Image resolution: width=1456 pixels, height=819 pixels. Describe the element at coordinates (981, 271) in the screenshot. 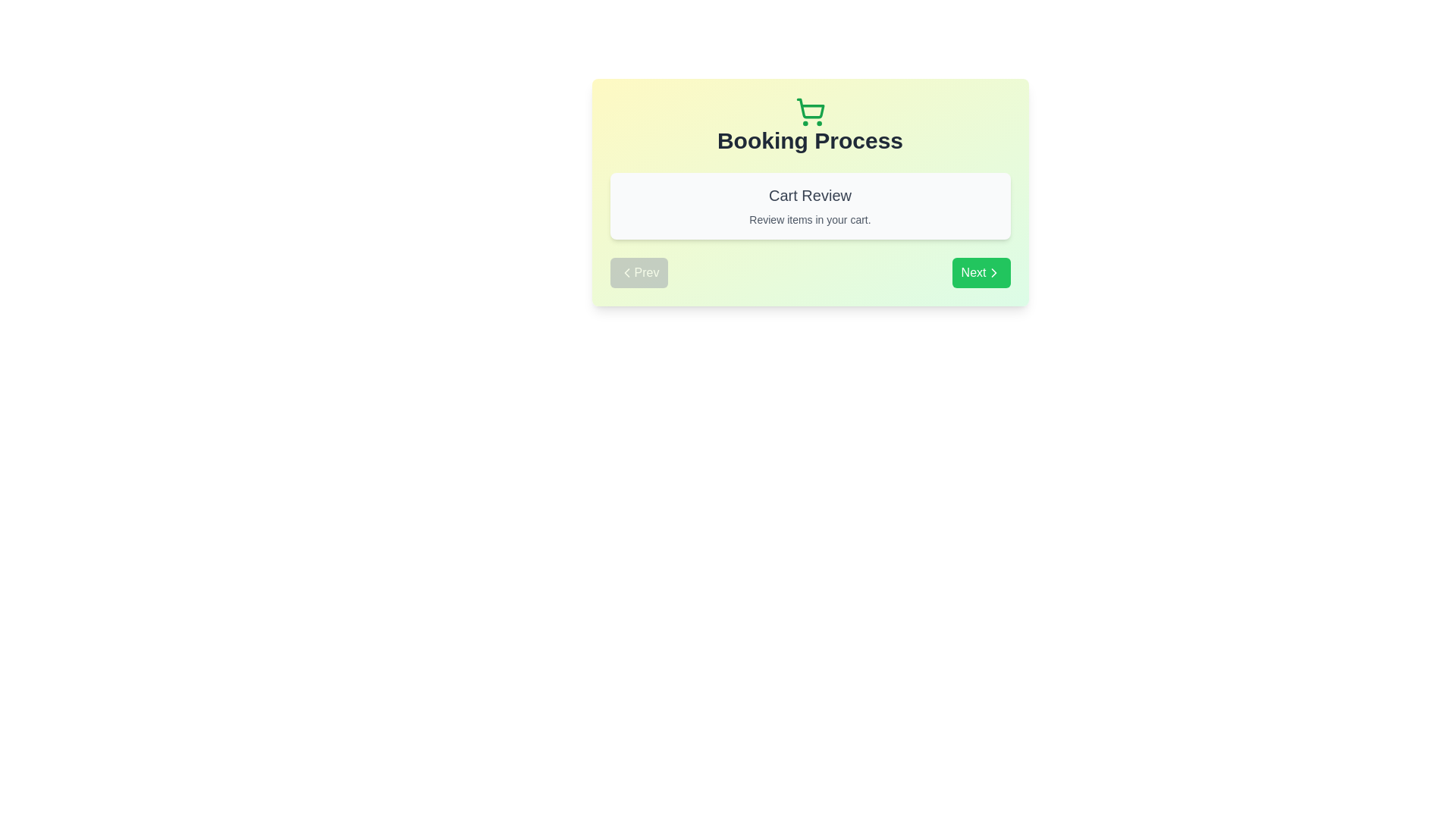

I see `the second button on the far-right end of the layout` at that location.